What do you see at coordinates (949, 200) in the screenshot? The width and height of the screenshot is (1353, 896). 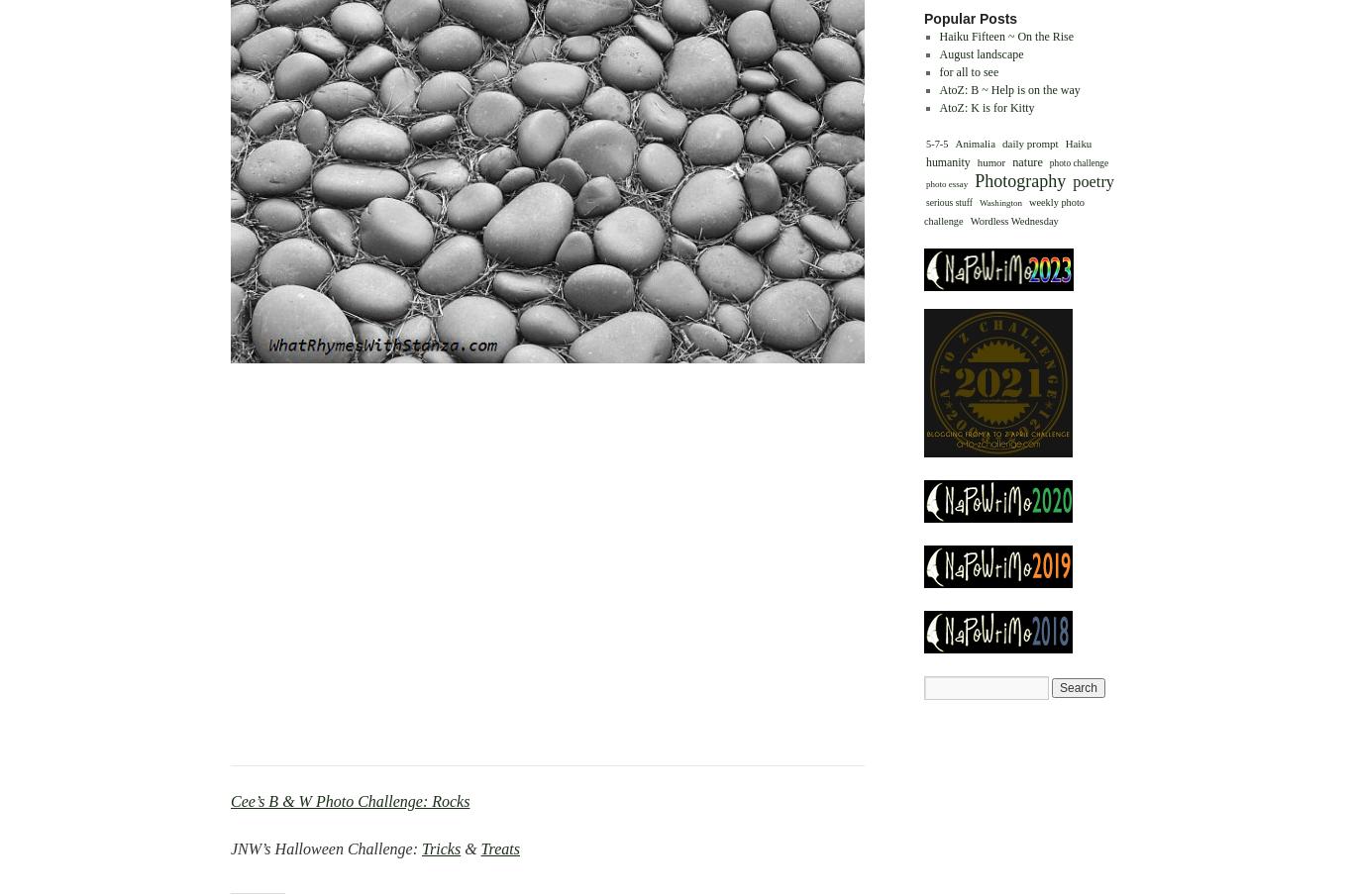 I see `'serious stuff'` at bounding box center [949, 200].